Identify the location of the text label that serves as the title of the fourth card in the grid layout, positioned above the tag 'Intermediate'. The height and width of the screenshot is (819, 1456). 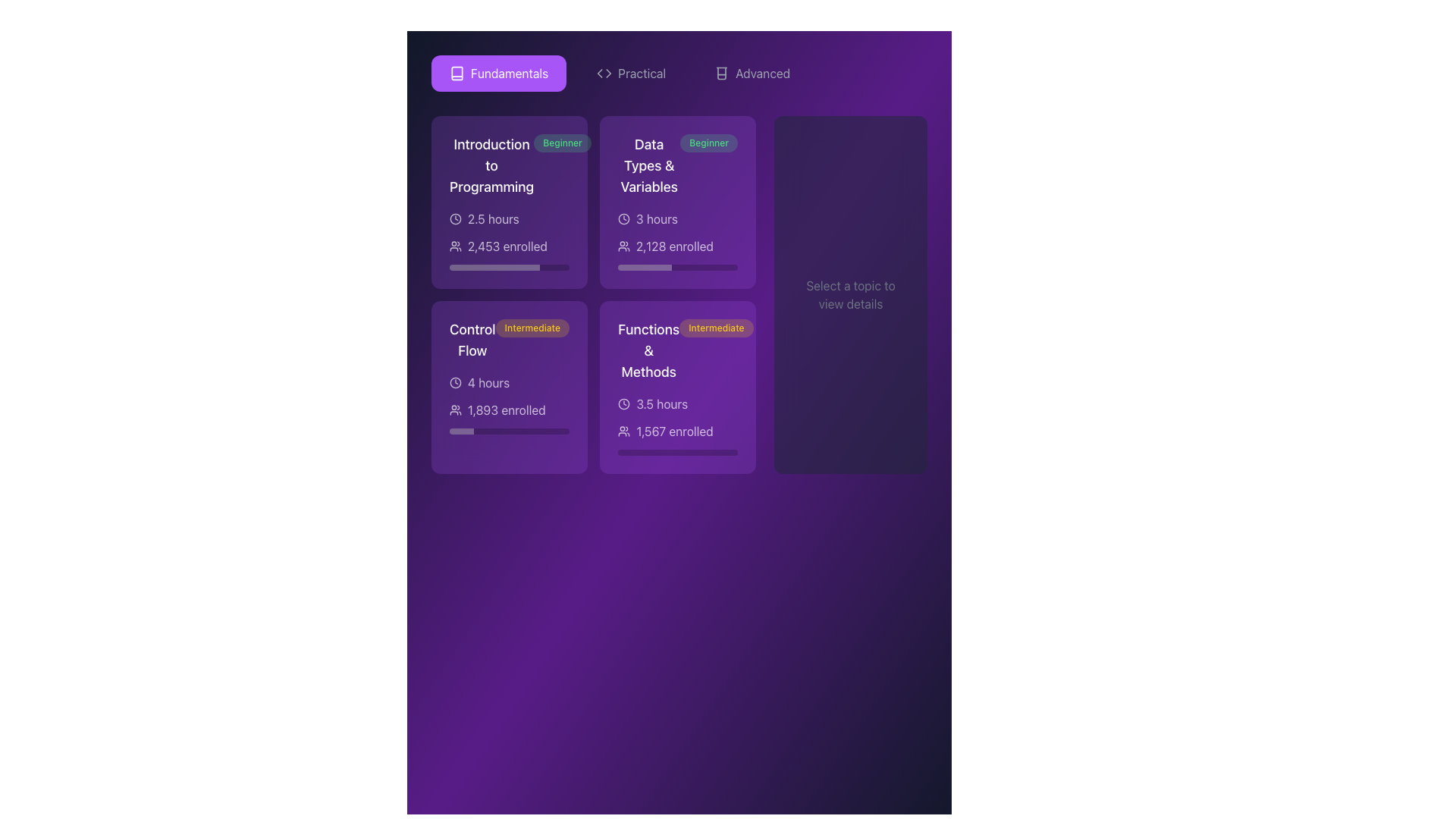
(648, 350).